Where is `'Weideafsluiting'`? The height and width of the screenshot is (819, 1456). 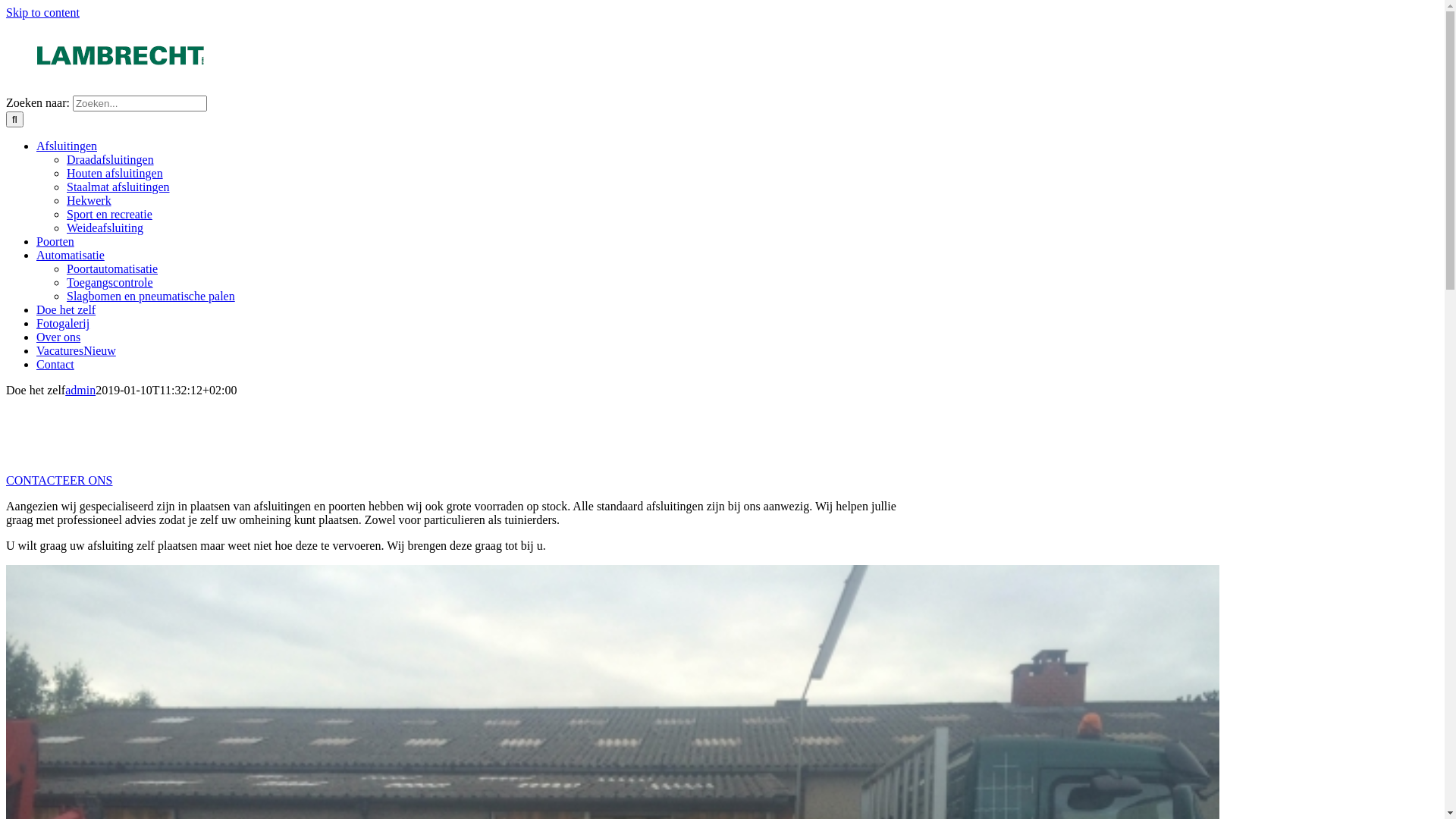 'Weideafsluiting' is located at coordinates (104, 227).